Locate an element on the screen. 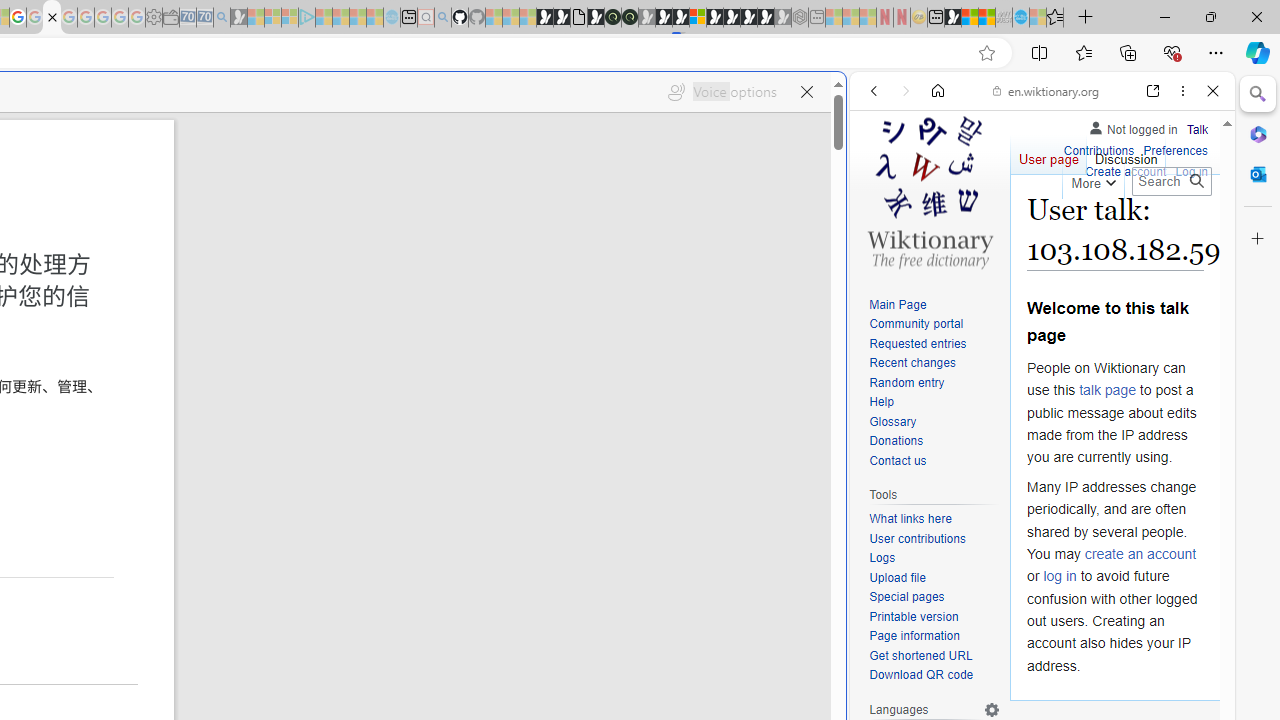 This screenshot has height=720, width=1280. 'Log in' is located at coordinates (1191, 171).